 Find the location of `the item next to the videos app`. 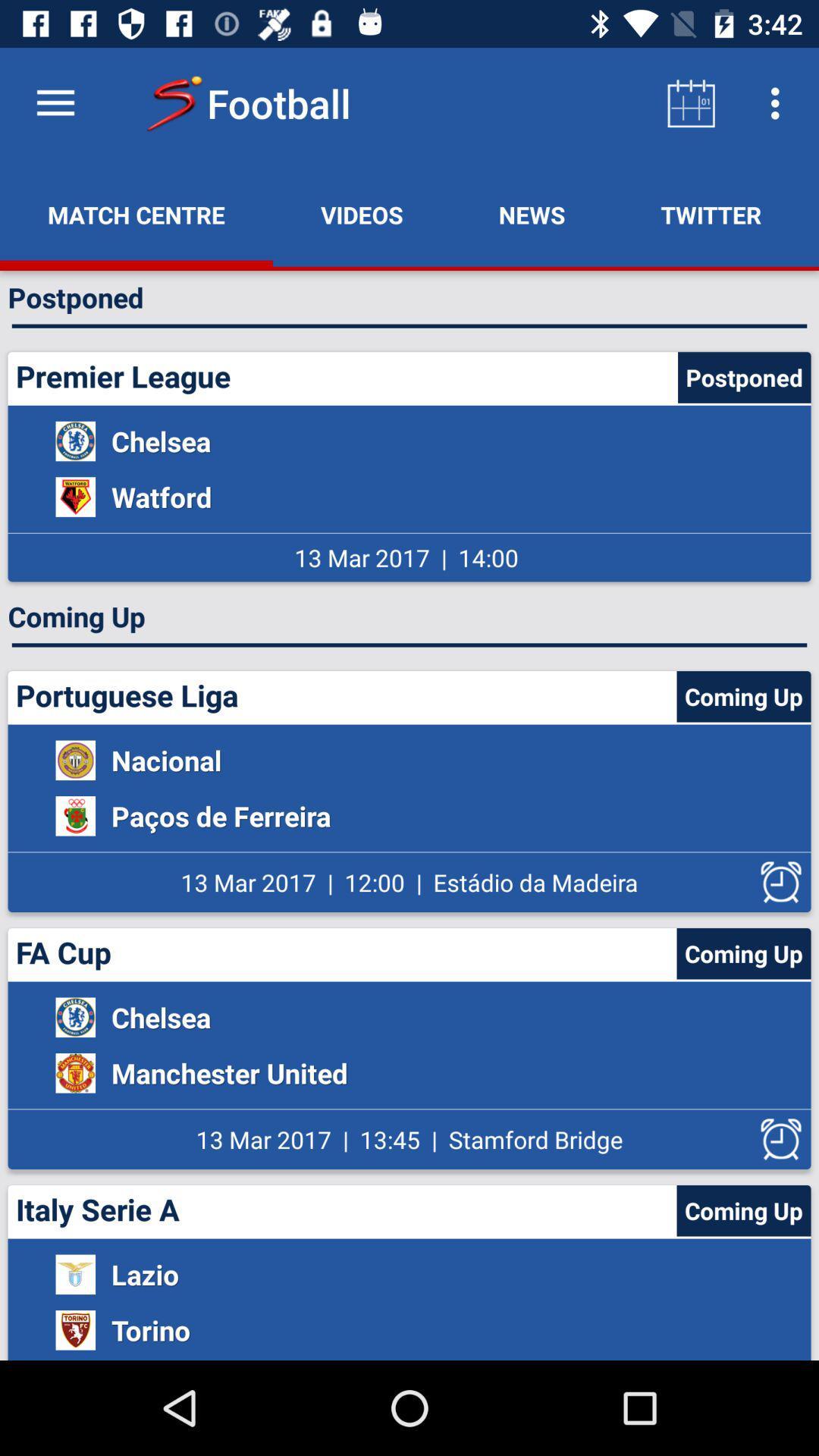

the item next to the videos app is located at coordinates (136, 214).